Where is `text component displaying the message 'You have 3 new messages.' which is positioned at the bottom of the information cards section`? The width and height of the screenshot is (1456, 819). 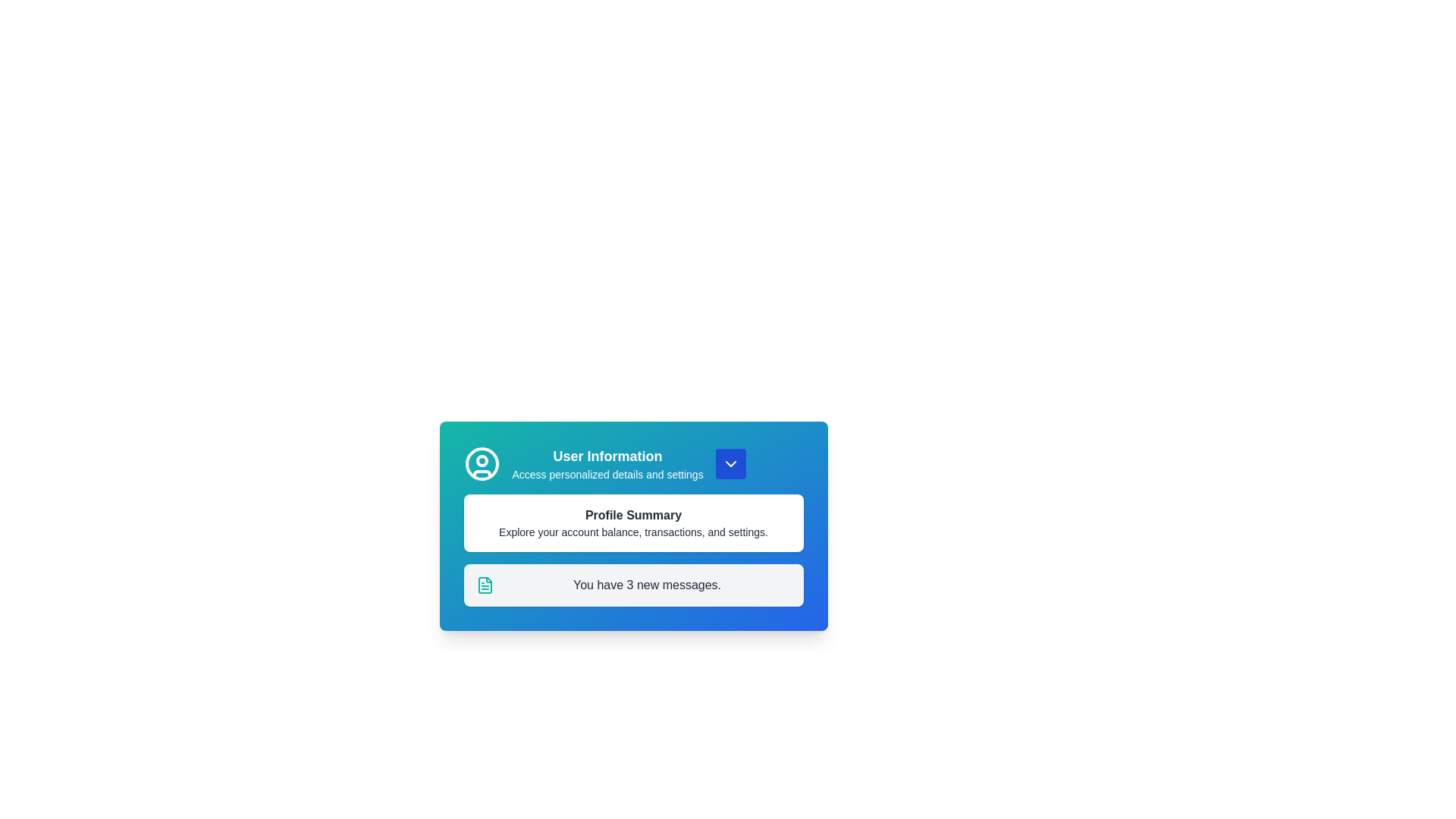
text component displaying the message 'You have 3 new messages.' which is positioned at the bottom of the information cards section is located at coordinates (647, 584).